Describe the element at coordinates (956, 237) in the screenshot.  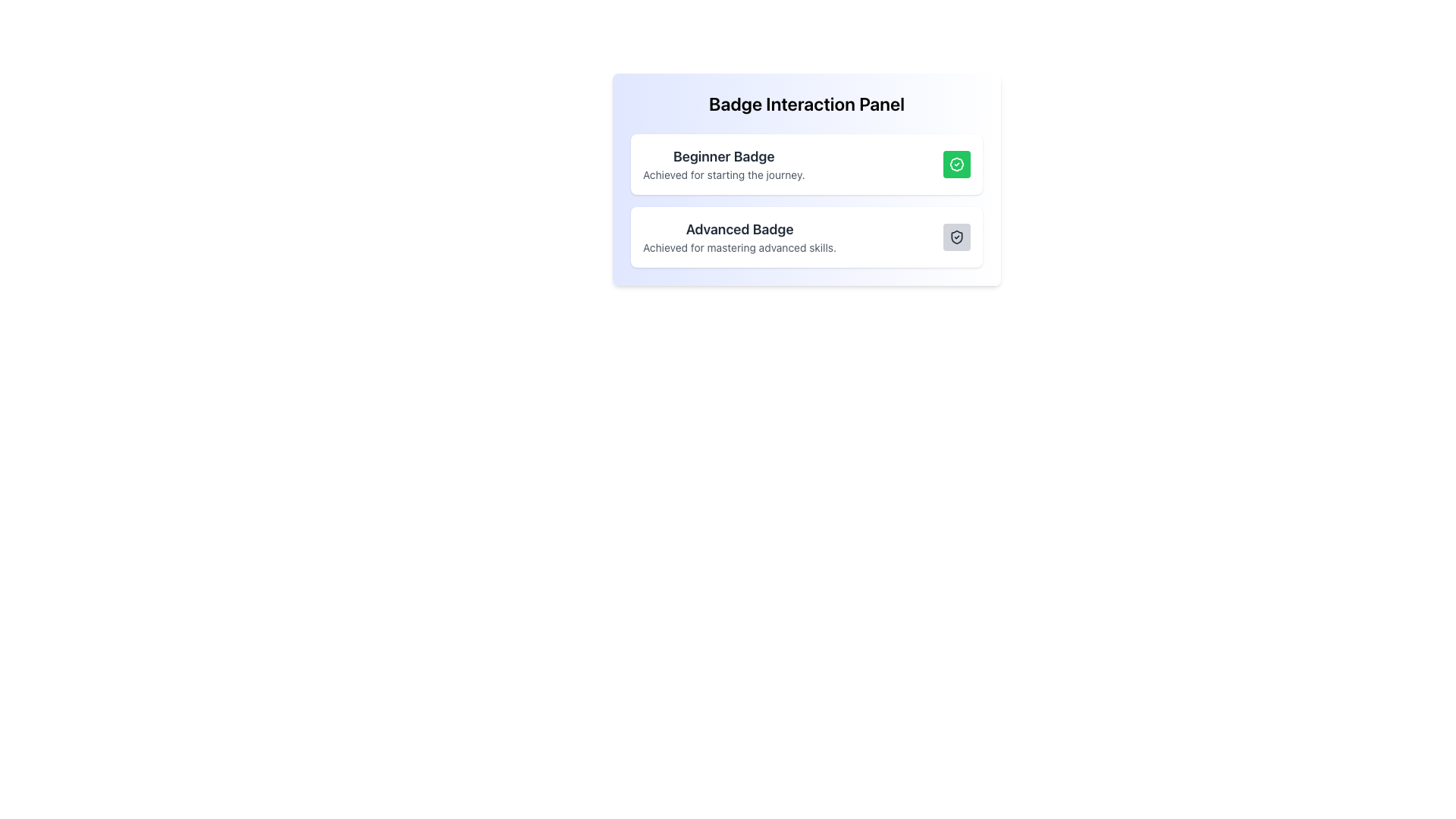
I see `the icon that signifies information or status related to the 'Advanced Badge', located at the far-right of the 'Advanced Badge' row` at that location.